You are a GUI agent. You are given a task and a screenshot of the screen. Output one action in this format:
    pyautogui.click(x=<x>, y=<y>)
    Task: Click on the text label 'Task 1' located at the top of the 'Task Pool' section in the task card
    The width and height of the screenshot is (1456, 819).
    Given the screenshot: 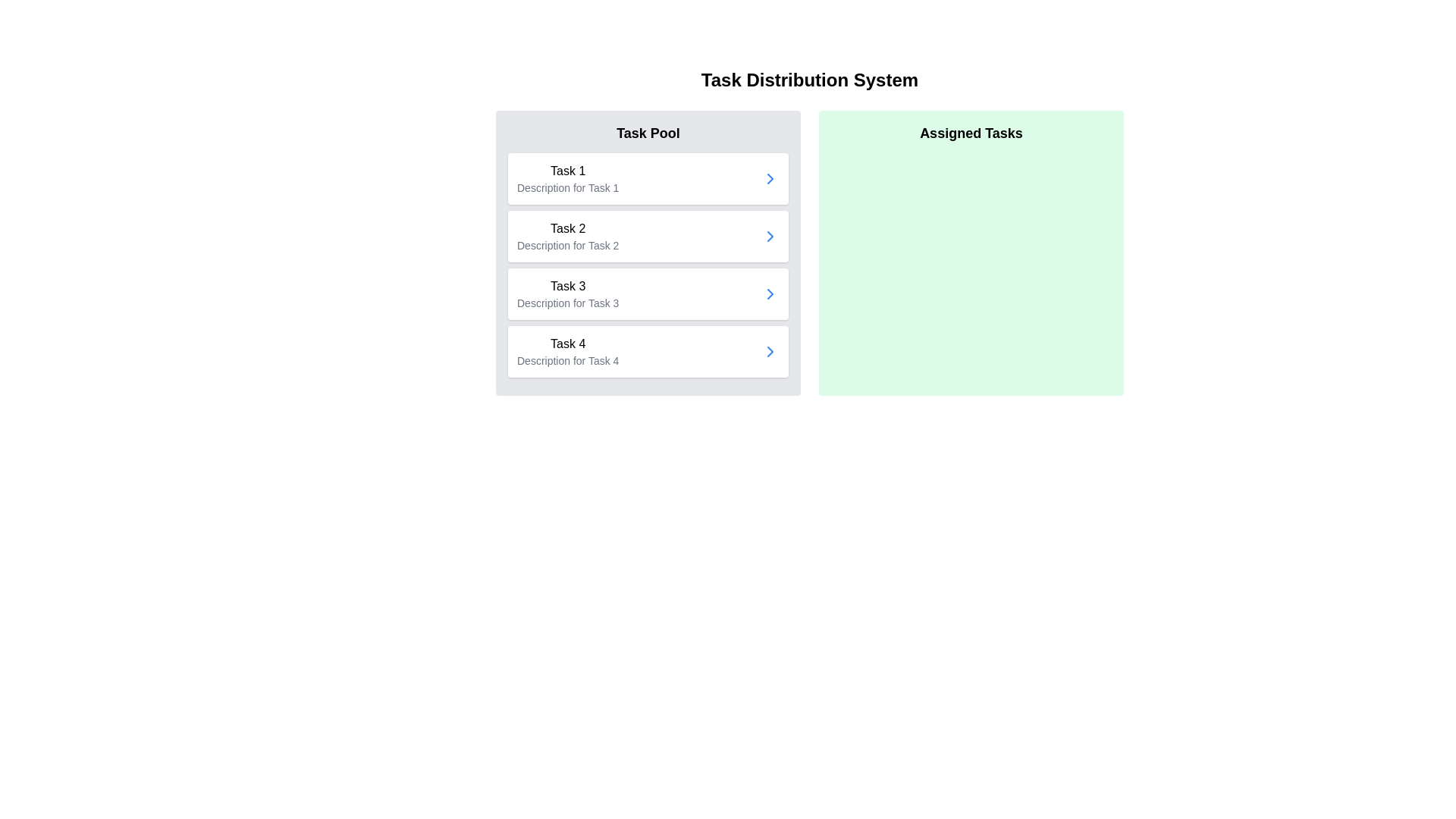 What is the action you would take?
    pyautogui.click(x=567, y=171)
    